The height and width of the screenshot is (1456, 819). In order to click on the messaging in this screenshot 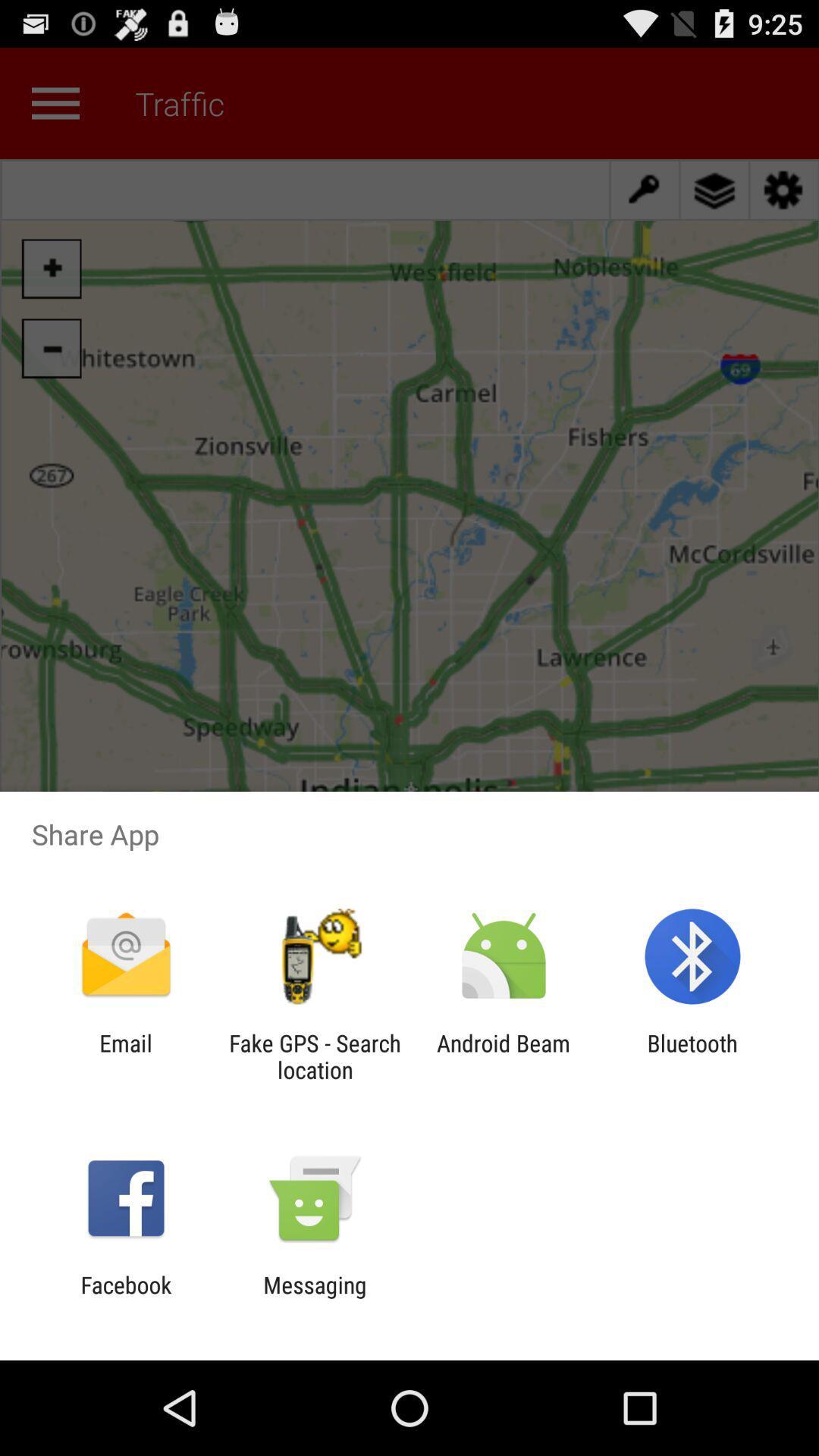, I will do `click(314, 1298)`.